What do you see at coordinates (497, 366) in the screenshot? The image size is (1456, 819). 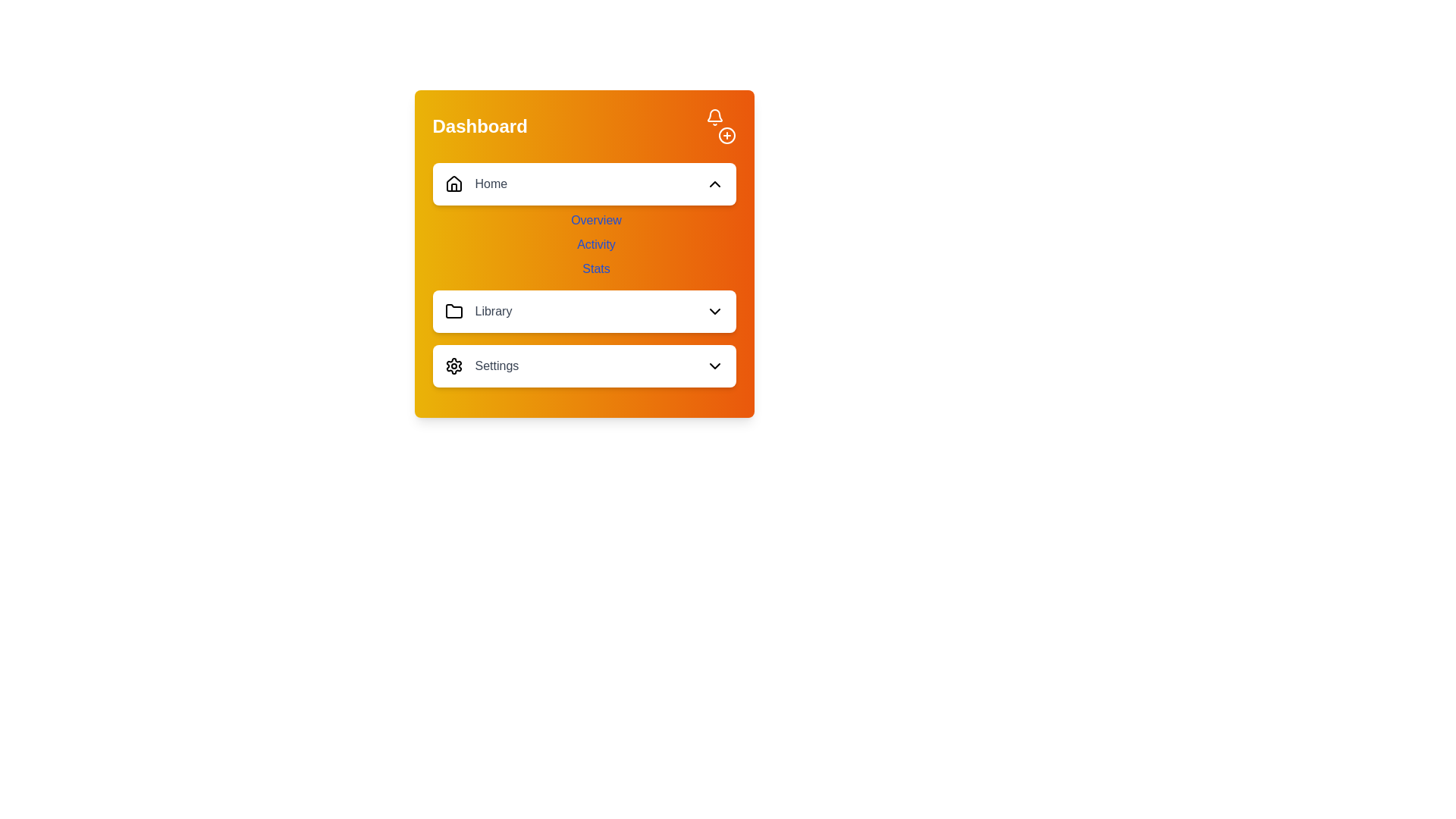 I see `the 'Settings' text label which is styled with medium font weight and gray color, located in the bottom section of a vertically stacked group of options, to the right of the gear-shaped icon` at bounding box center [497, 366].